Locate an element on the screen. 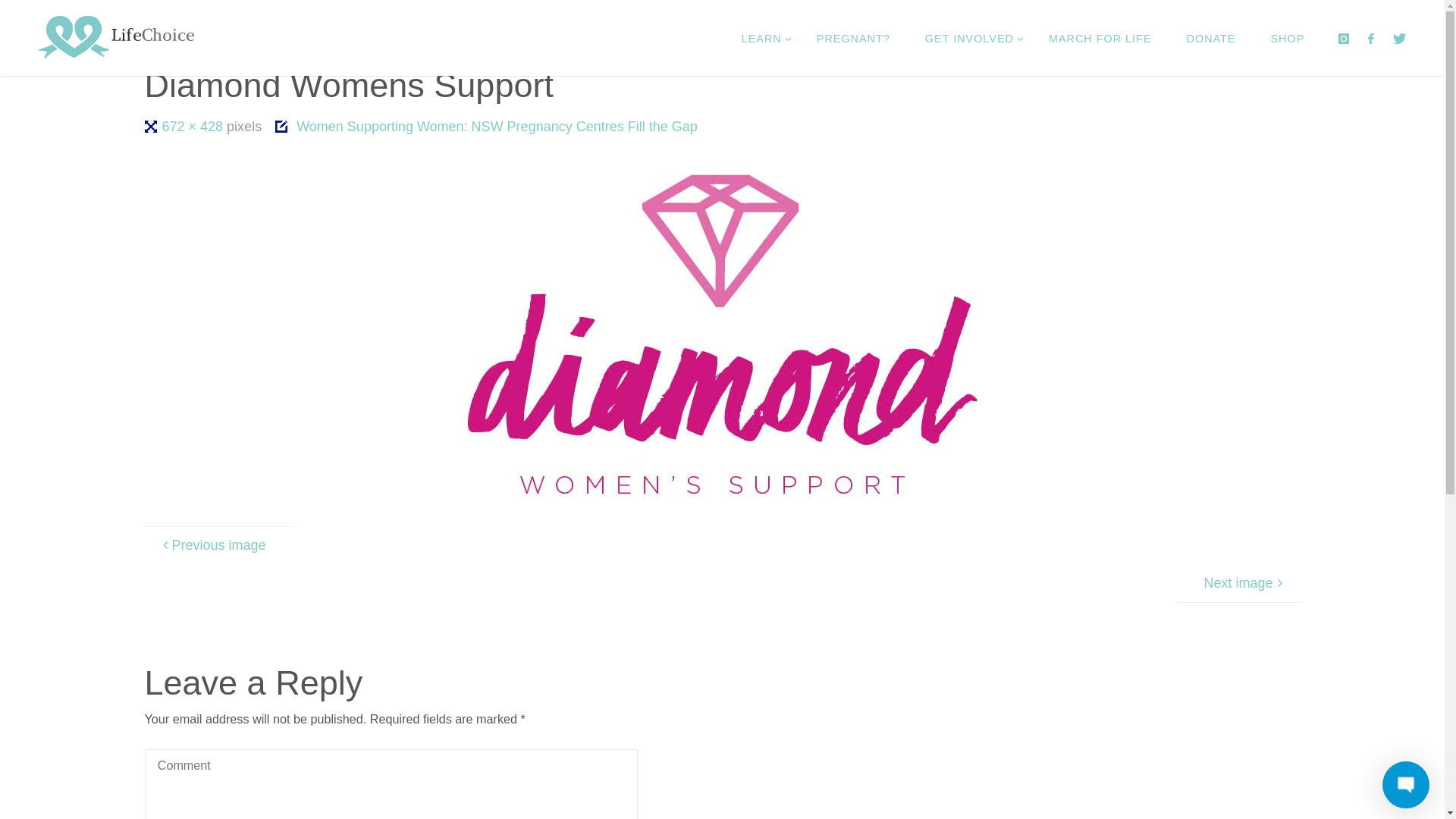 The height and width of the screenshot is (819, 1456). 'Instagram' is located at coordinates (1343, 37).